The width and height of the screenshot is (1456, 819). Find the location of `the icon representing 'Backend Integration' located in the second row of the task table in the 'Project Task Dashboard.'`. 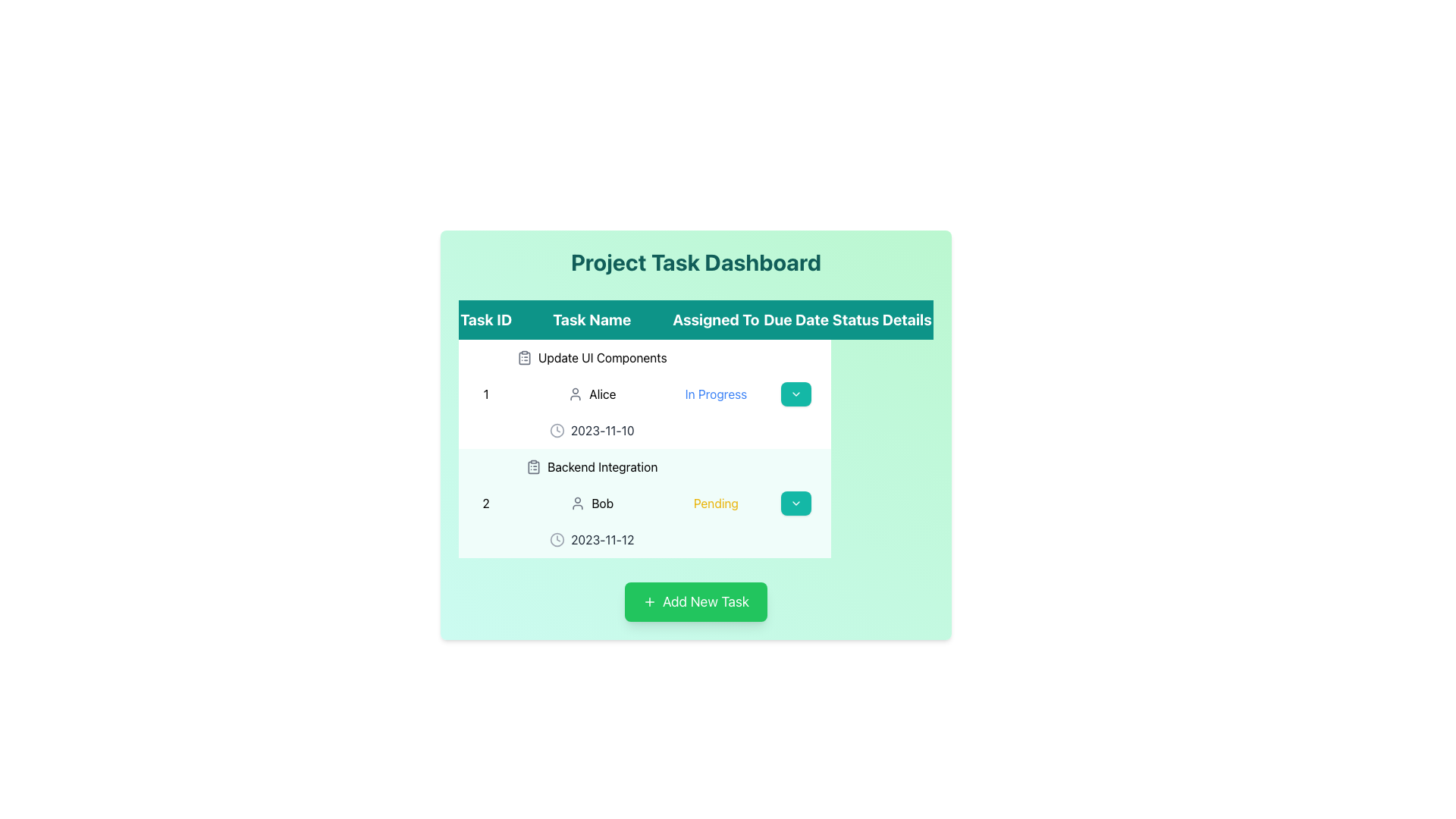

the icon representing 'Backend Integration' located in the second row of the task table in the 'Project Task Dashboard.' is located at coordinates (534, 466).